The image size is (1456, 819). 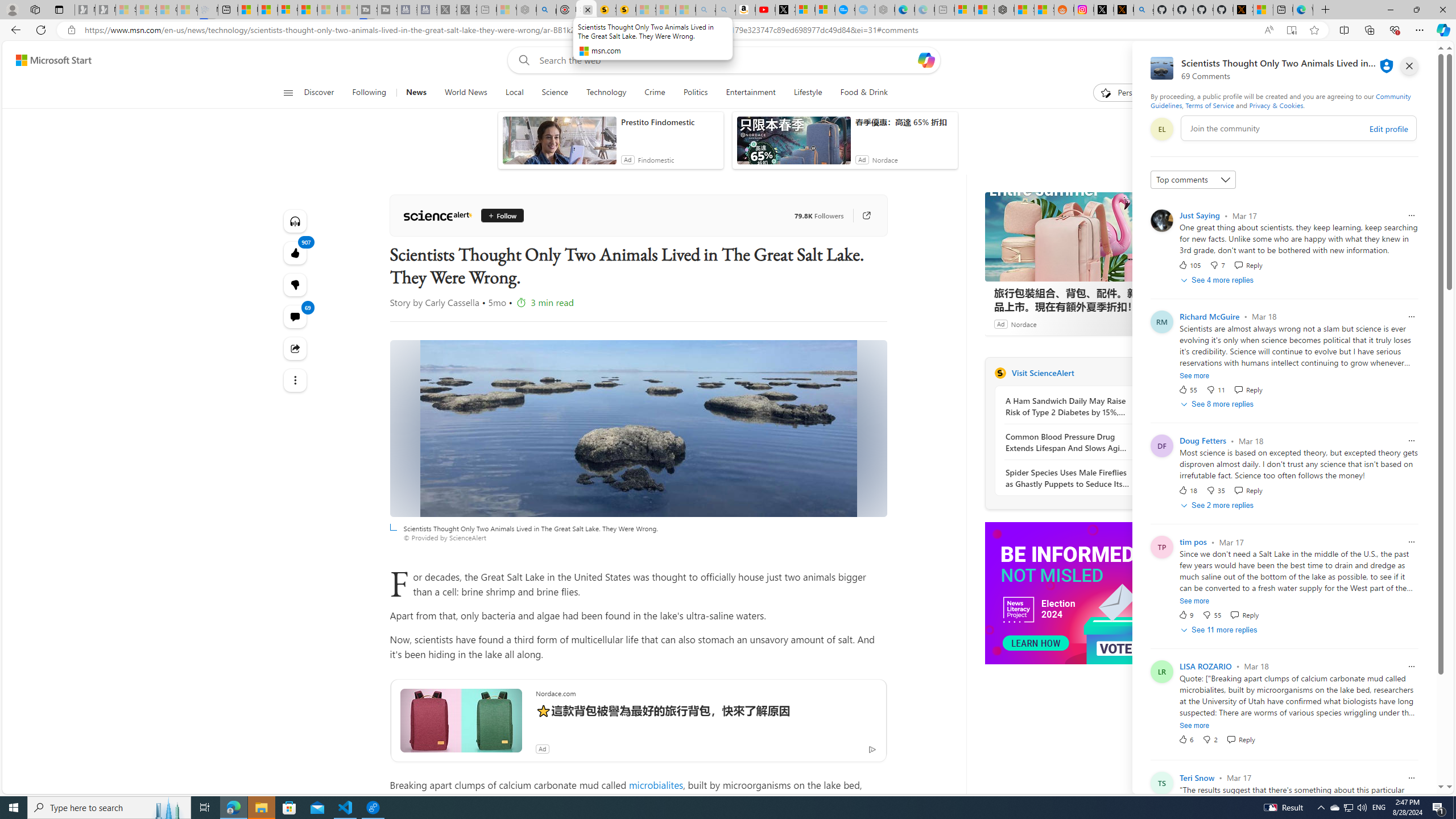 What do you see at coordinates (554, 92) in the screenshot?
I see `'Science'` at bounding box center [554, 92].